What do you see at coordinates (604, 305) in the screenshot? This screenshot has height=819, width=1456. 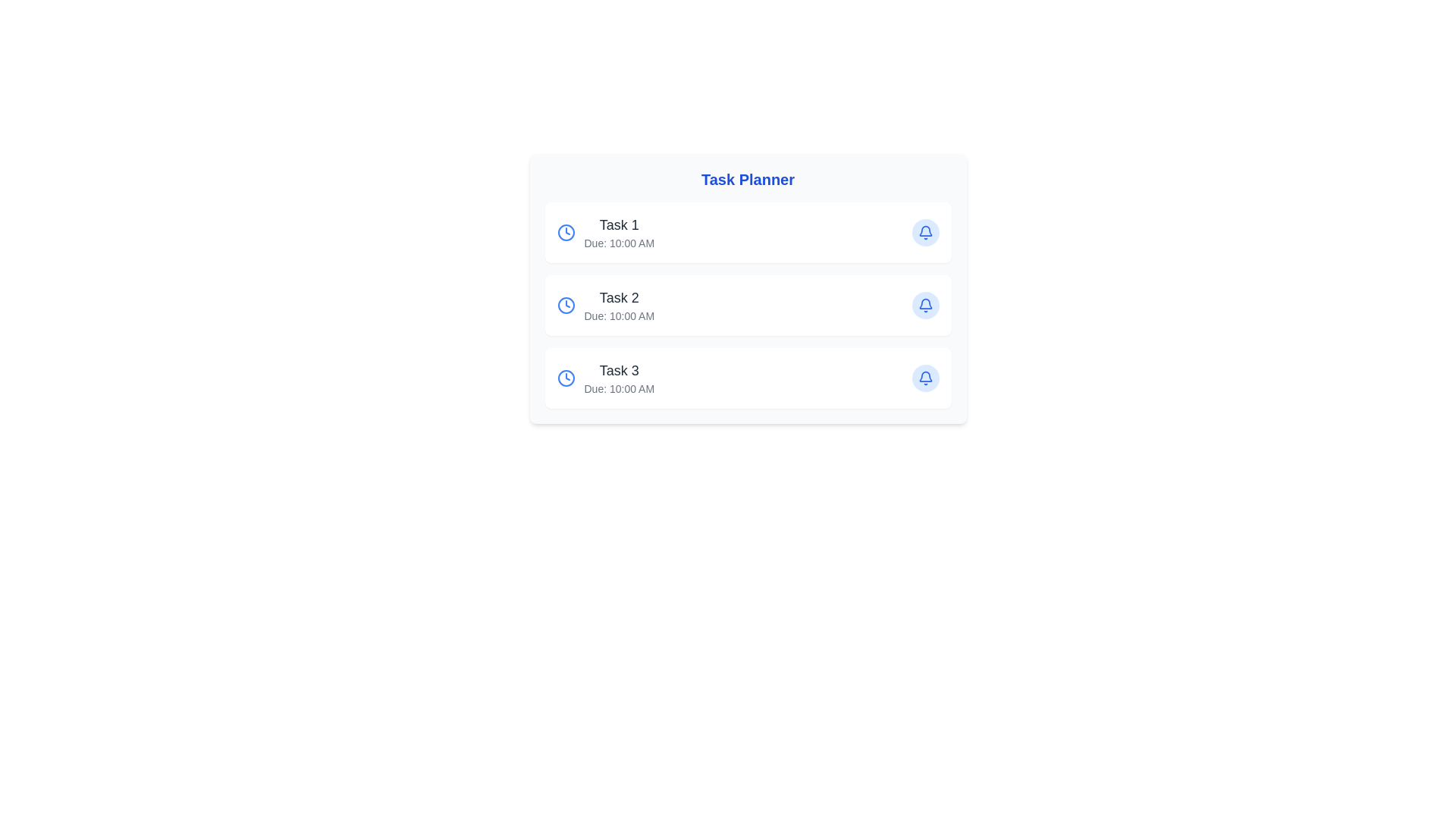 I see `the Information Display Field containing the task title 'Task 2' and the due time 'Due: 10:00 AM' for reading` at bounding box center [604, 305].